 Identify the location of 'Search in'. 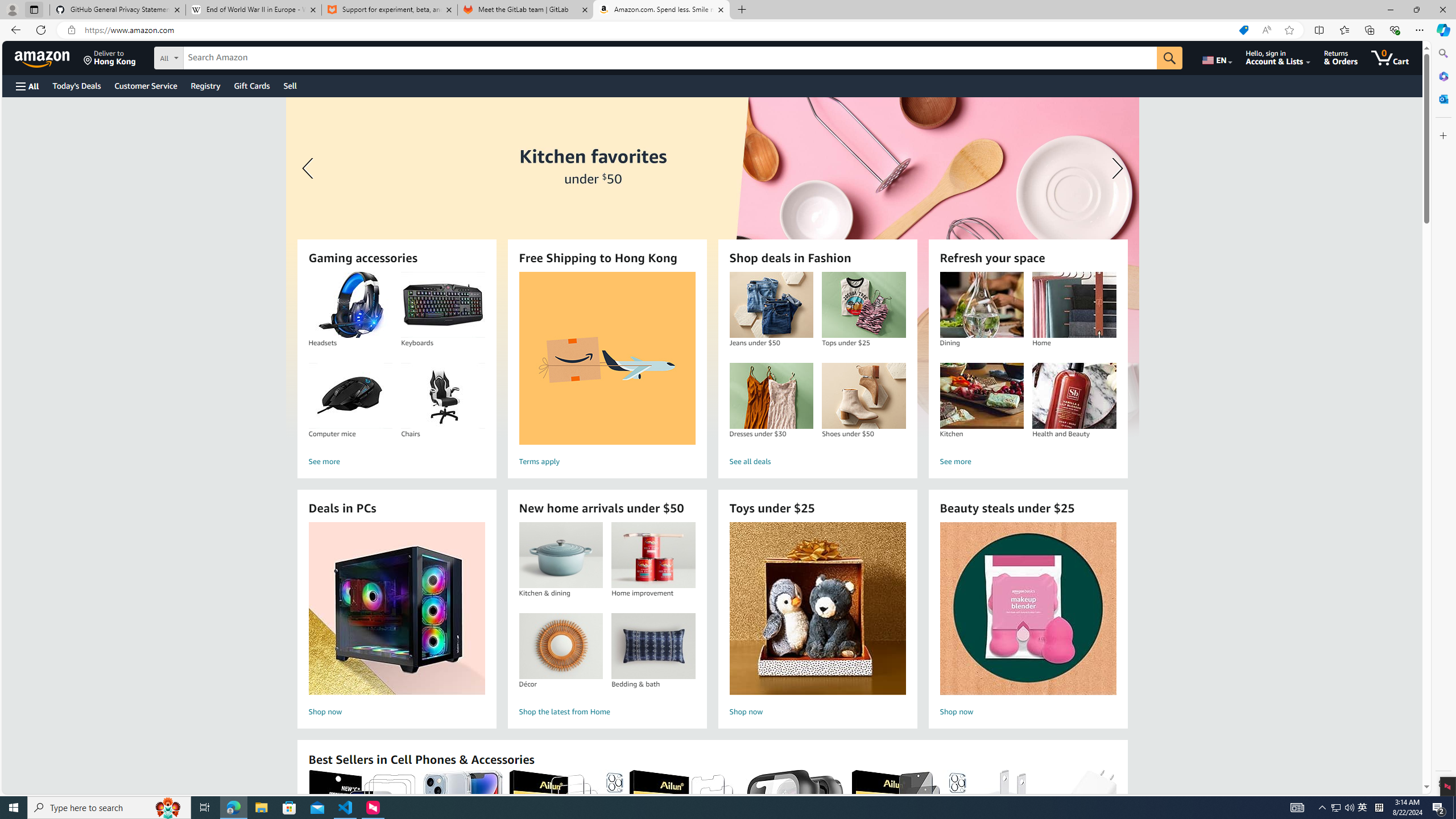
(210, 56).